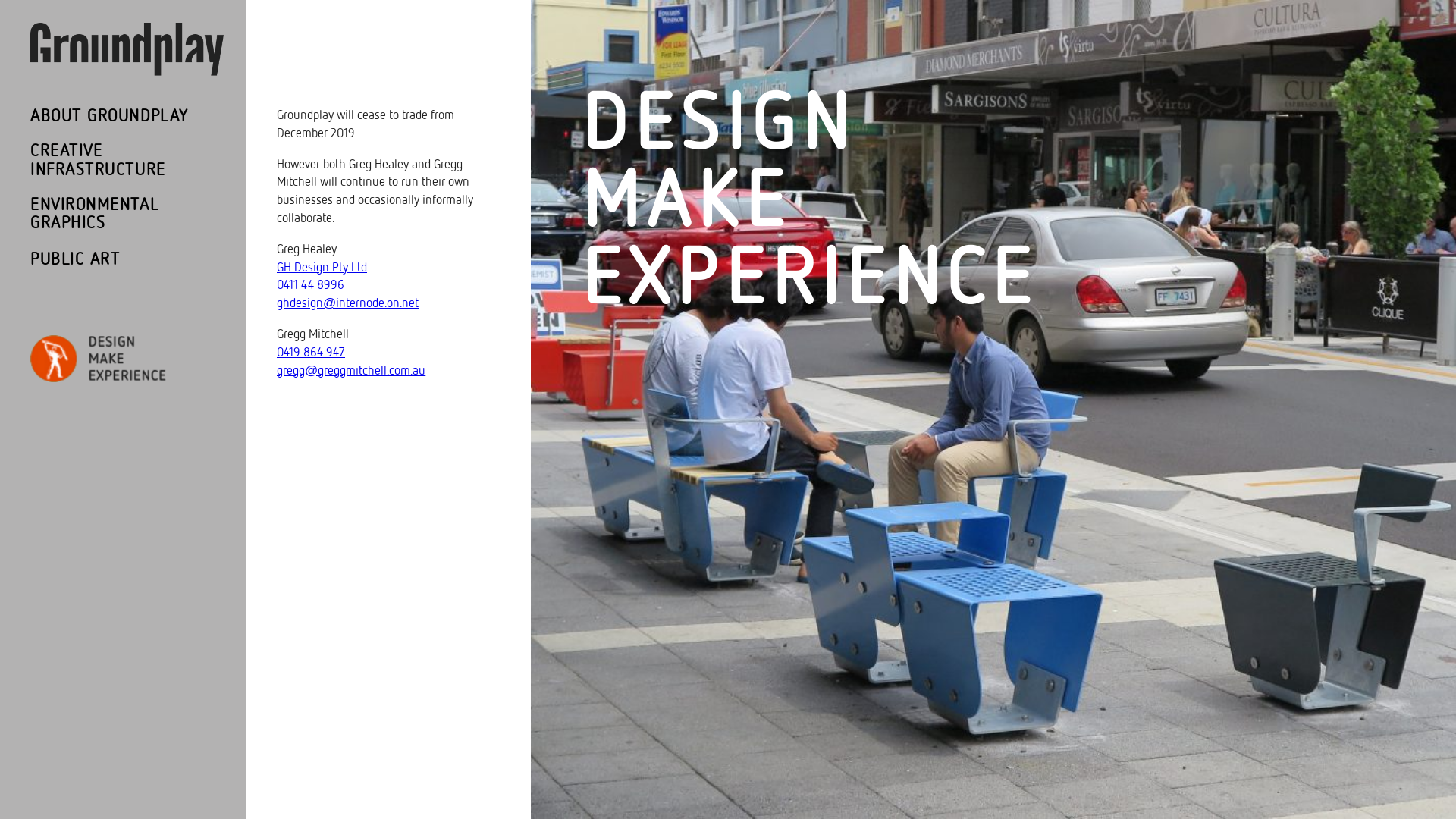 Image resolution: width=1456 pixels, height=819 pixels. I want to click on 'ENVIRONMENTAL GRAPHICS', so click(113, 214).